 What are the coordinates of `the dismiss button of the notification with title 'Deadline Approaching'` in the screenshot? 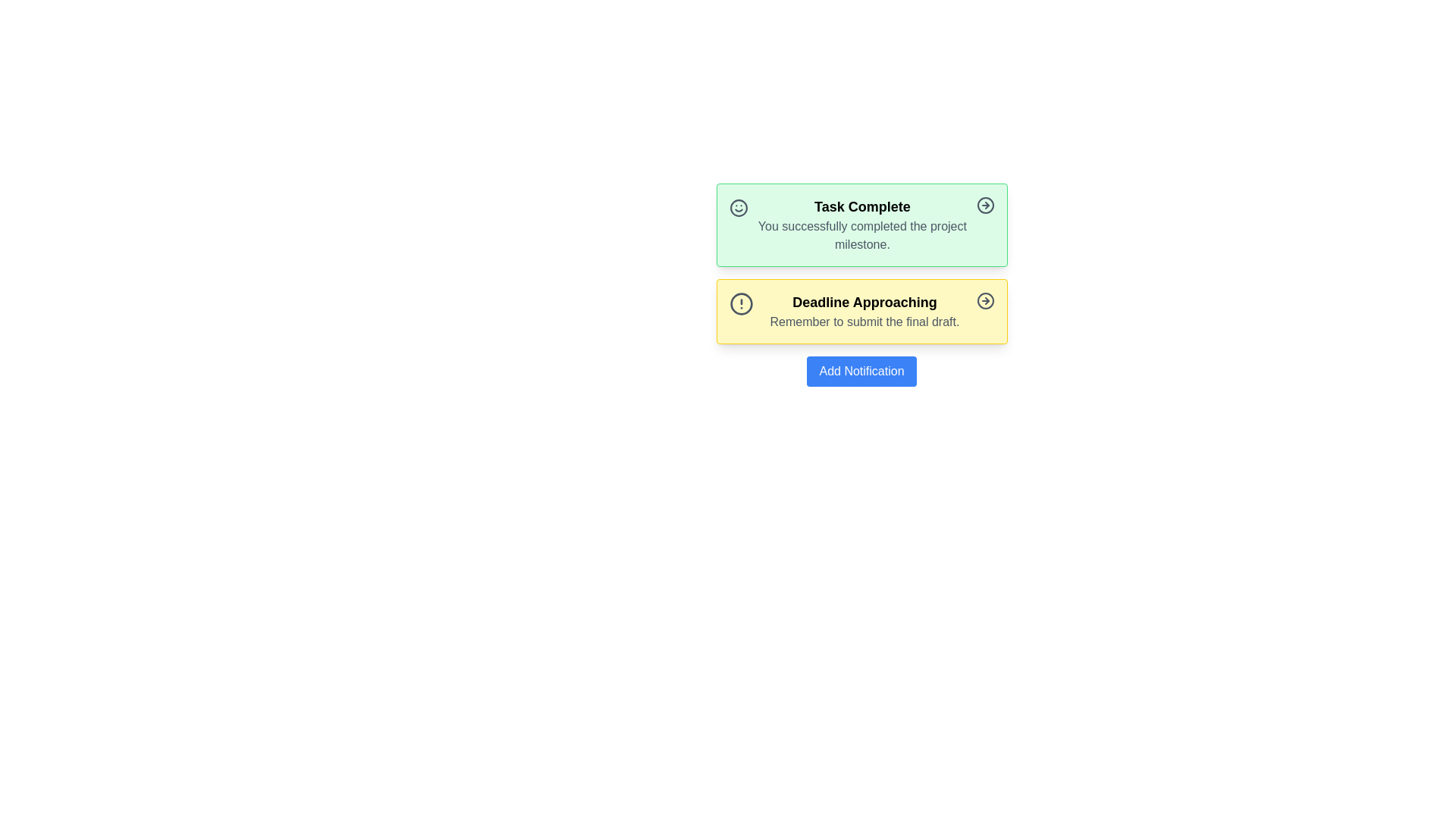 It's located at (985, 301).